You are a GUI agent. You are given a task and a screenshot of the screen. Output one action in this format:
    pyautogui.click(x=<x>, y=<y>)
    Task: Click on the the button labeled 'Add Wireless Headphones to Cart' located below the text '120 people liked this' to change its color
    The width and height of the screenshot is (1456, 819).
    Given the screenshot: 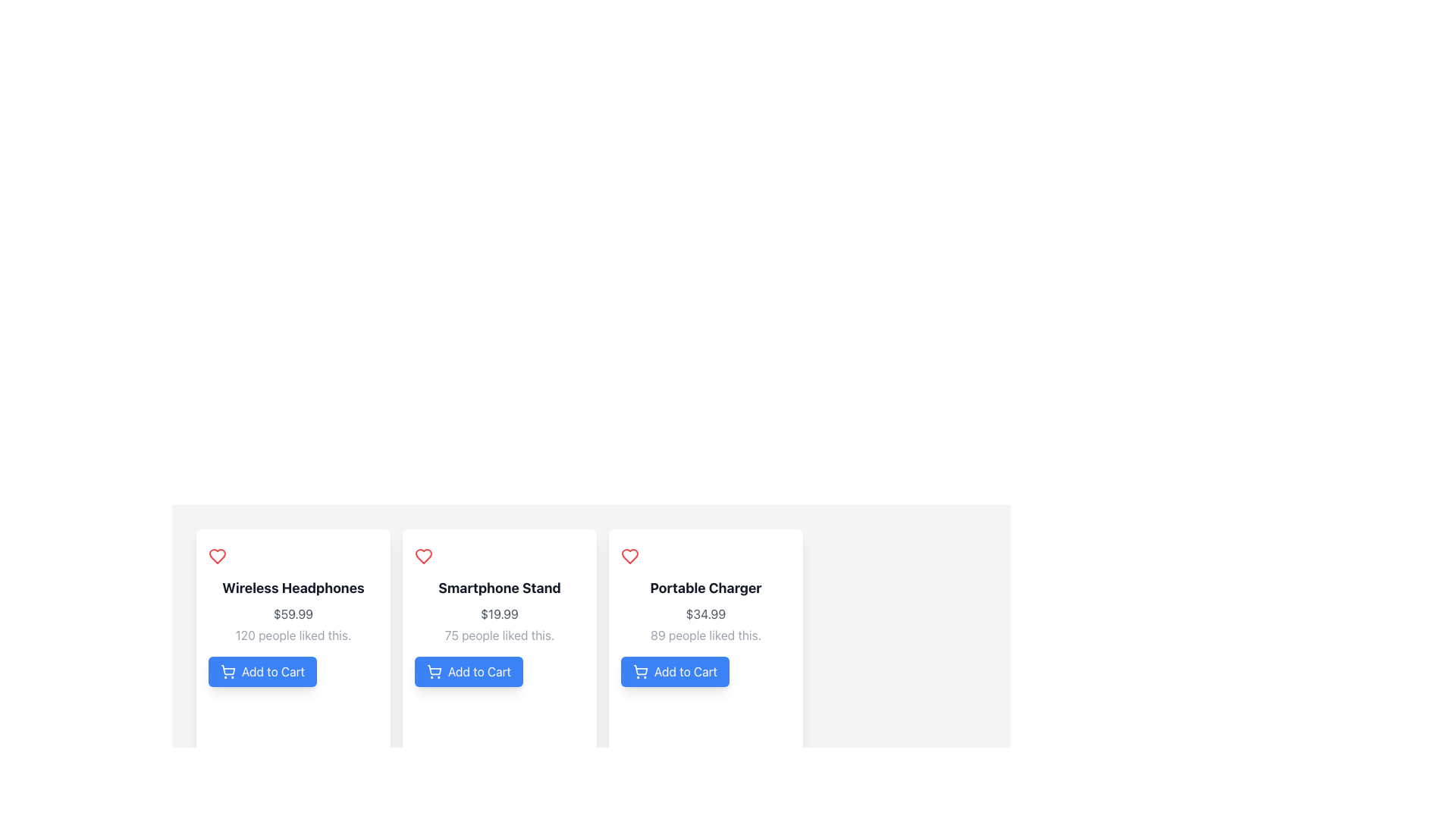 What is the action you would take?
    pyautogui.click(x=262, y=671)
    